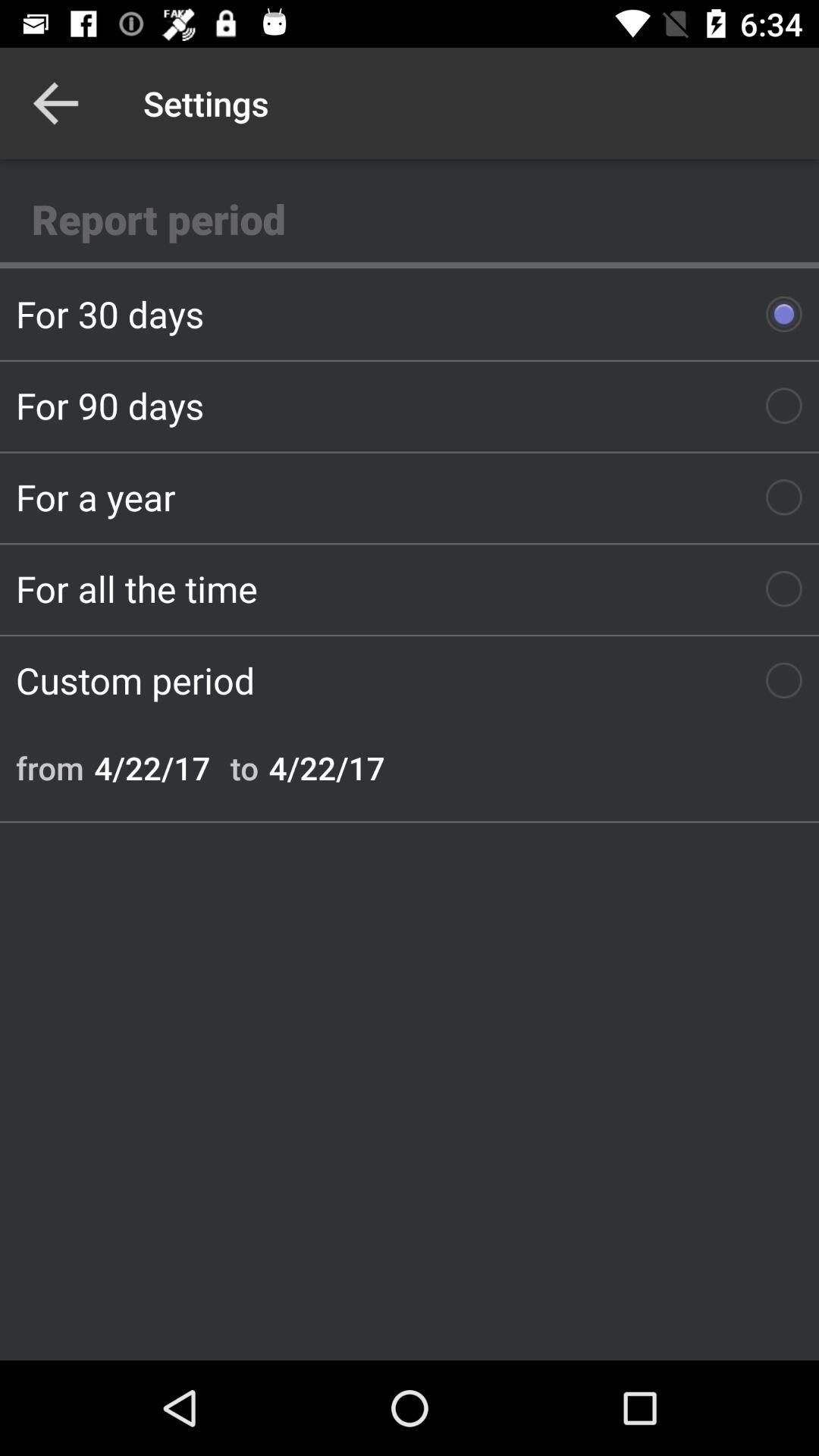 This screenshot has height=1456, width=819. Describe the element at coordinates (55, 102) in the screenshot. I see `back` at that location.